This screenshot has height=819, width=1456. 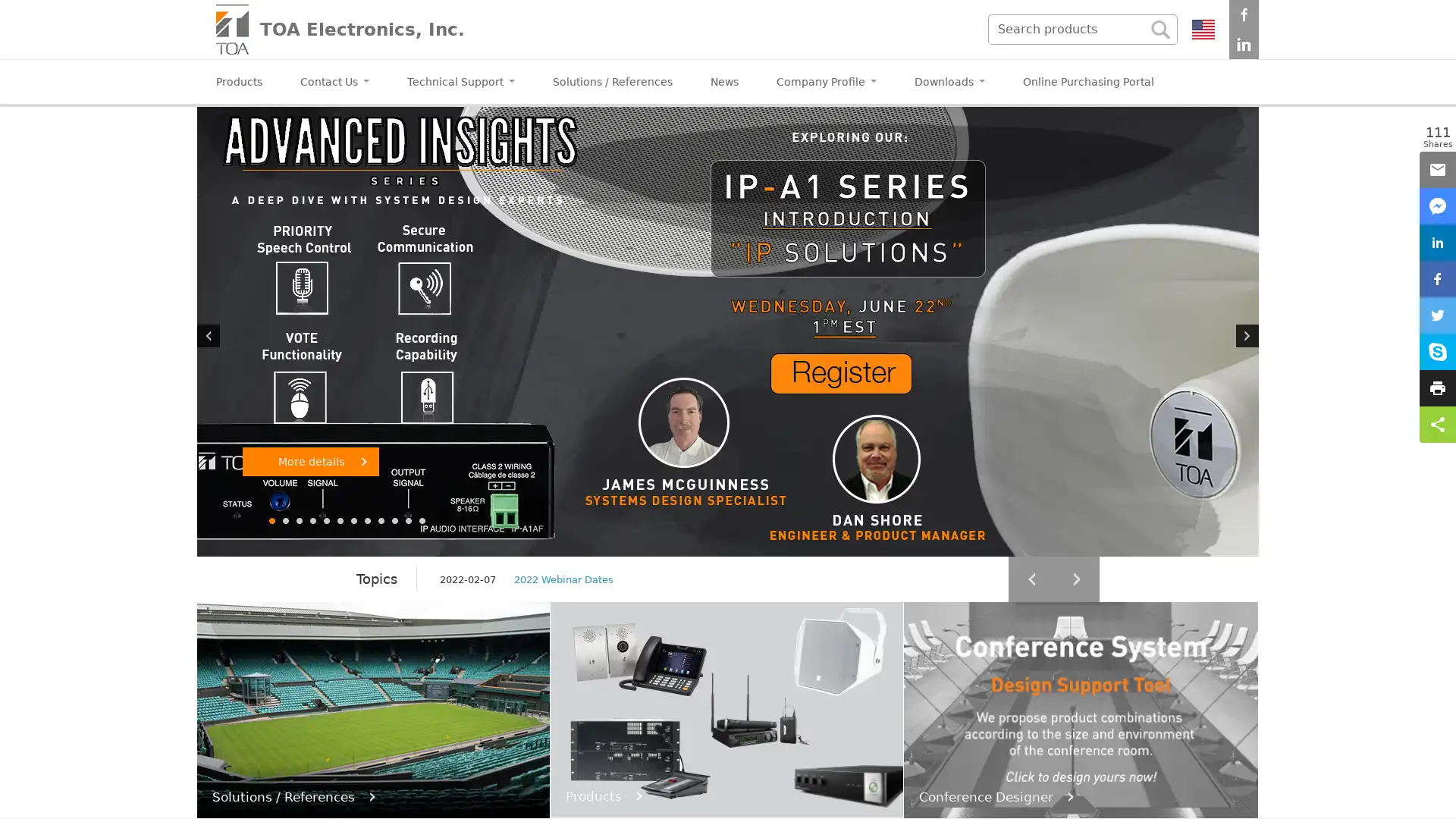 I want to click on 9, so click(x=382, y=519).